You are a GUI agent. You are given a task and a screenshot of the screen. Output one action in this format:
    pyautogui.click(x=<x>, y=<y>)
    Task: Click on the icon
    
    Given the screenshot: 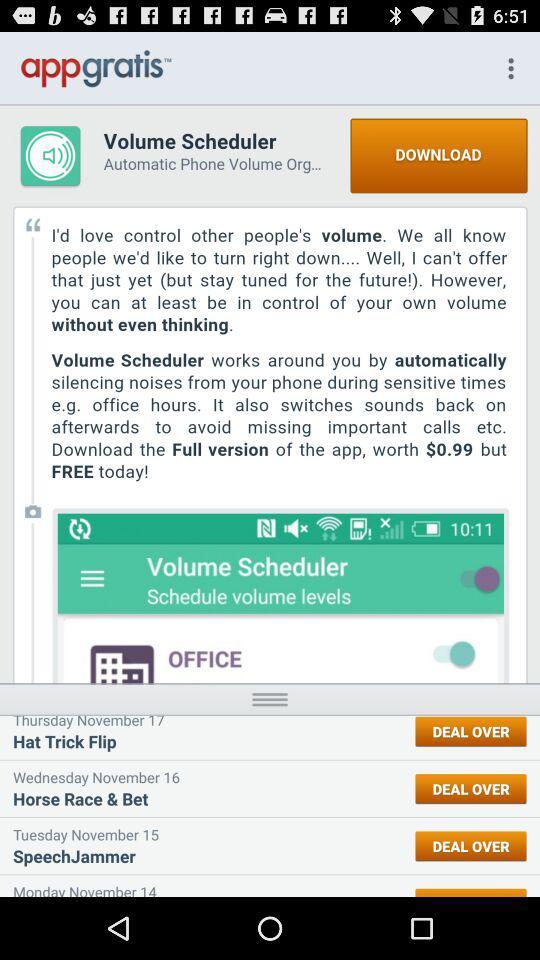 What is the action you would take?
    pyautogui.click(x=270, y=699)
    